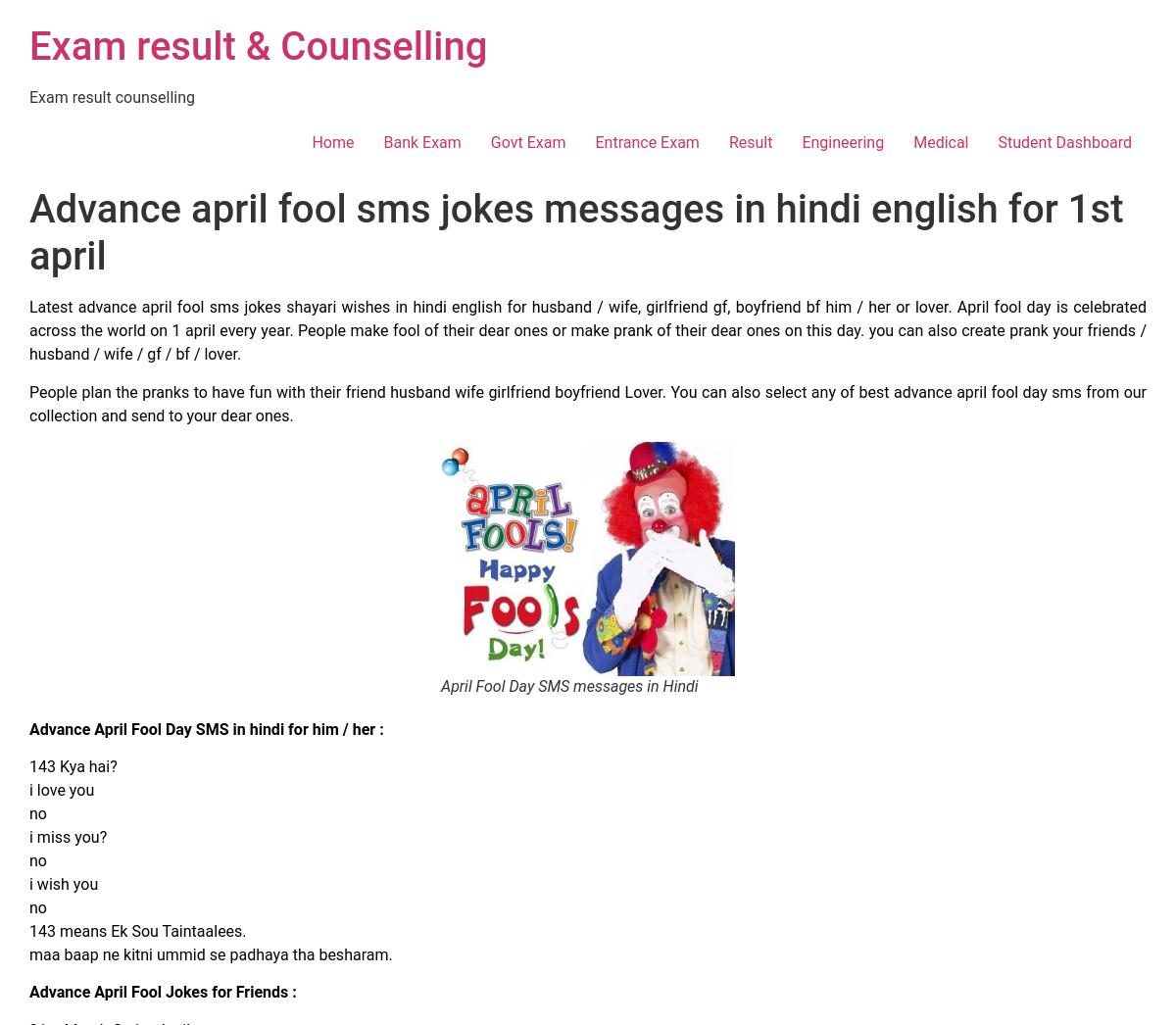  I want to click on '143 means Ek Sou Taintaalees.', so click(137, 929).